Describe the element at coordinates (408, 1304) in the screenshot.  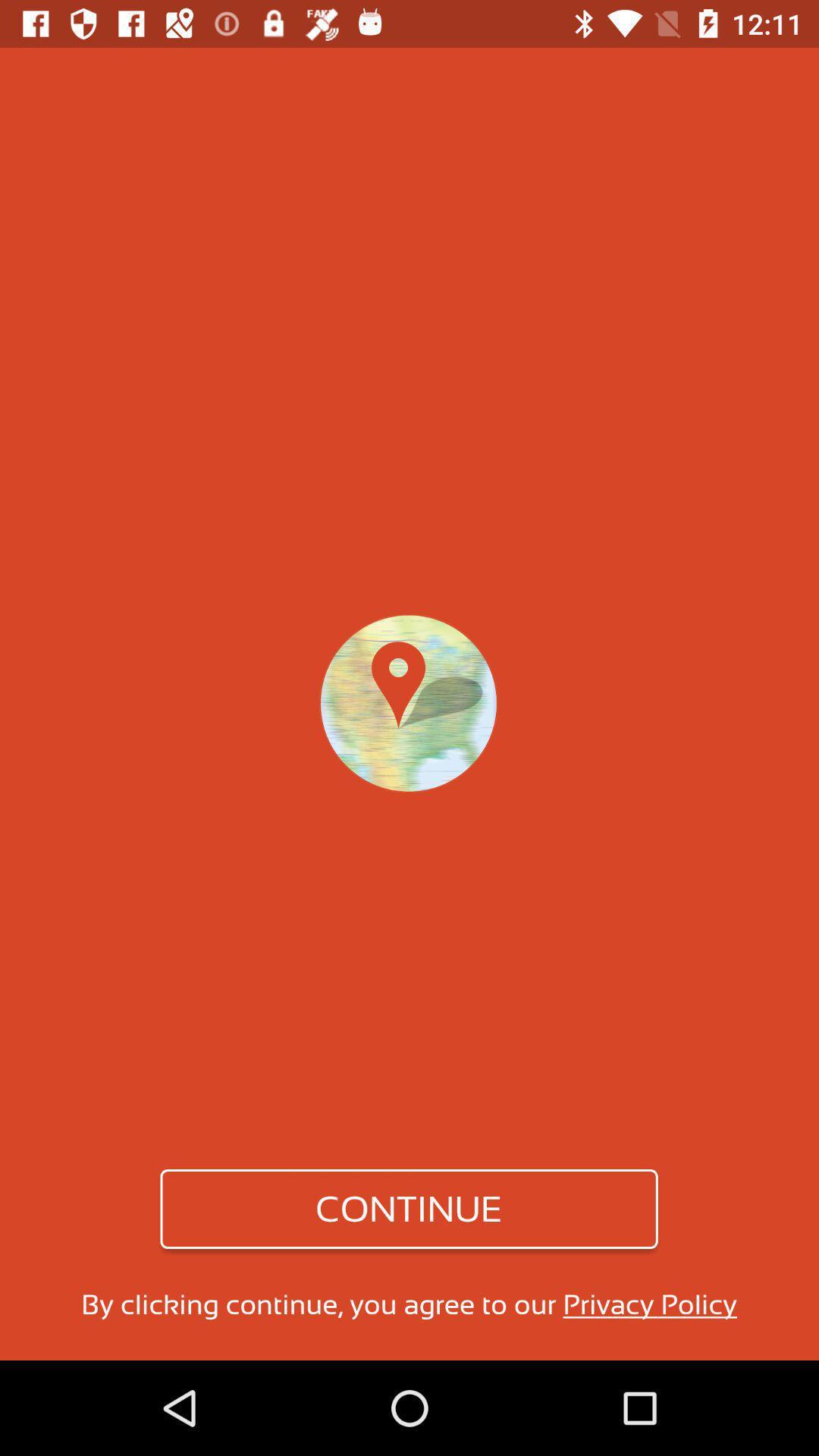
I see `by clicking continue` at that location.